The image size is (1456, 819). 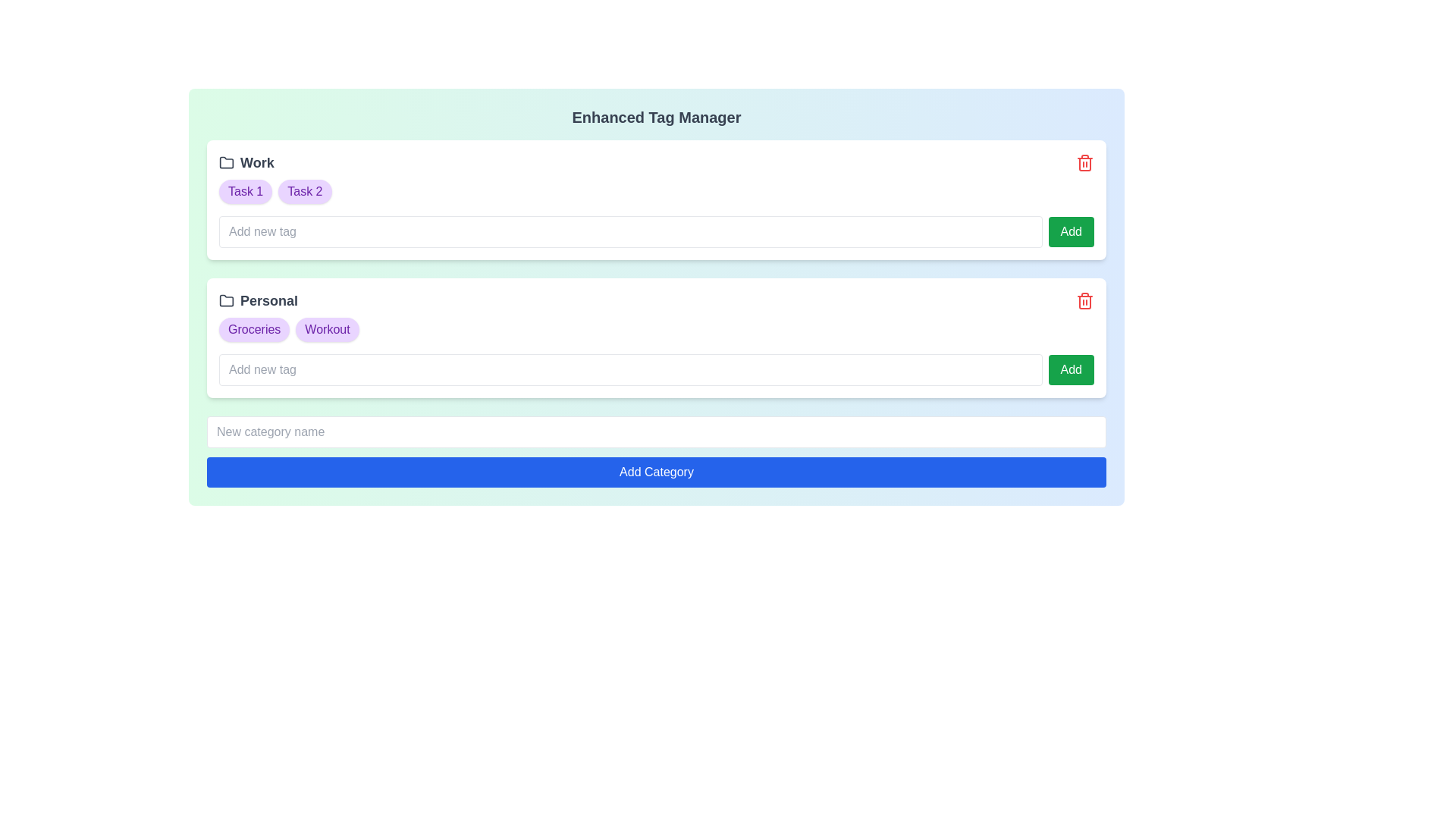 What do you see at coordinates (254, 329) in the screenshot?
I see `the 'Groceries' tag located under the 'Personal' section header` at bounding box center [254, 329].